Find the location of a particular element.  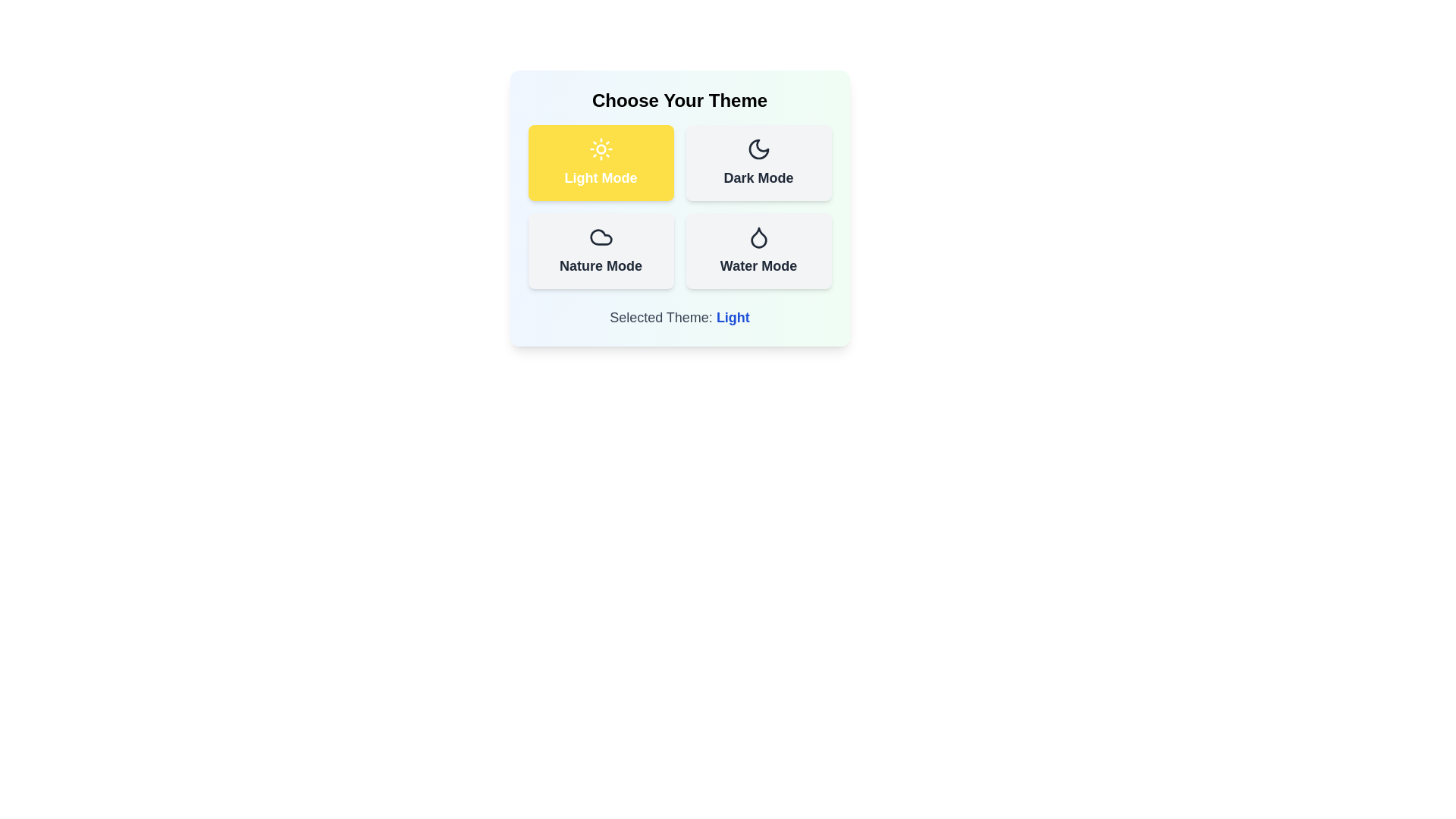

the theme button labeled Water Mode is located at coordinates (758, 250).